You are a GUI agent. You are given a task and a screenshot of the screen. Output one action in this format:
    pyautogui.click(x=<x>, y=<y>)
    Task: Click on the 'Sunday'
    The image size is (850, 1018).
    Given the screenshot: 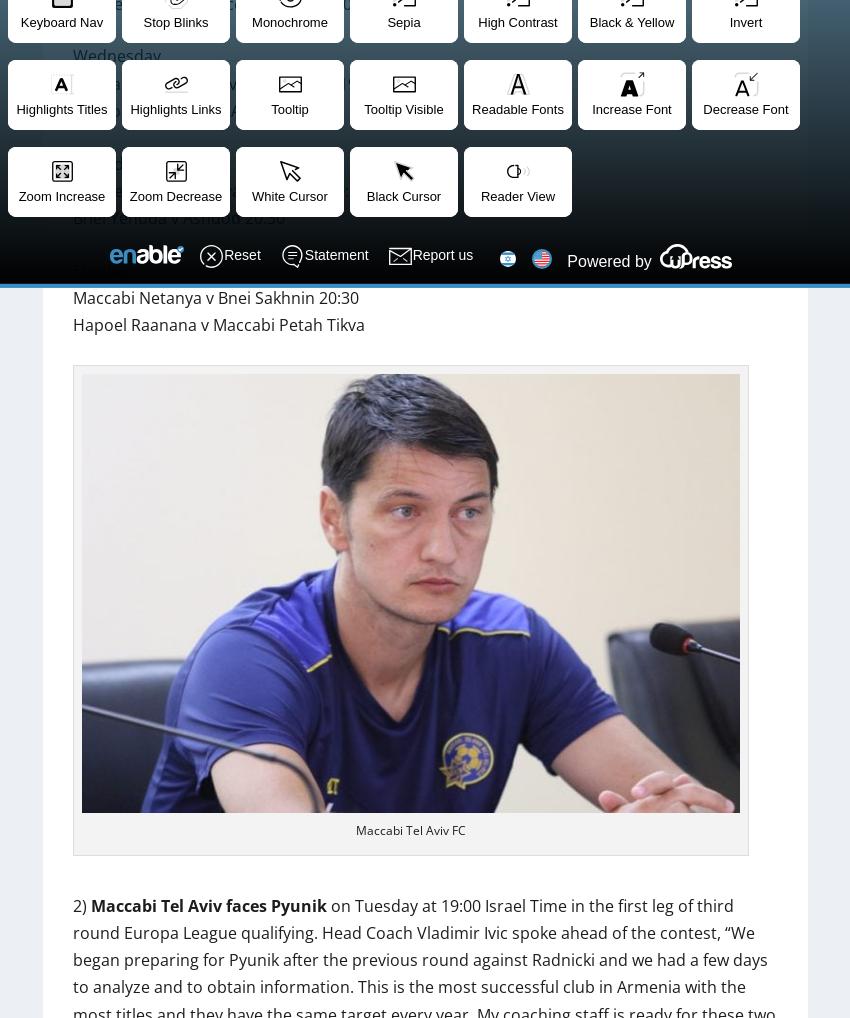 What is the action you would take?
    pyautogui.click(x=98, y=269)
    